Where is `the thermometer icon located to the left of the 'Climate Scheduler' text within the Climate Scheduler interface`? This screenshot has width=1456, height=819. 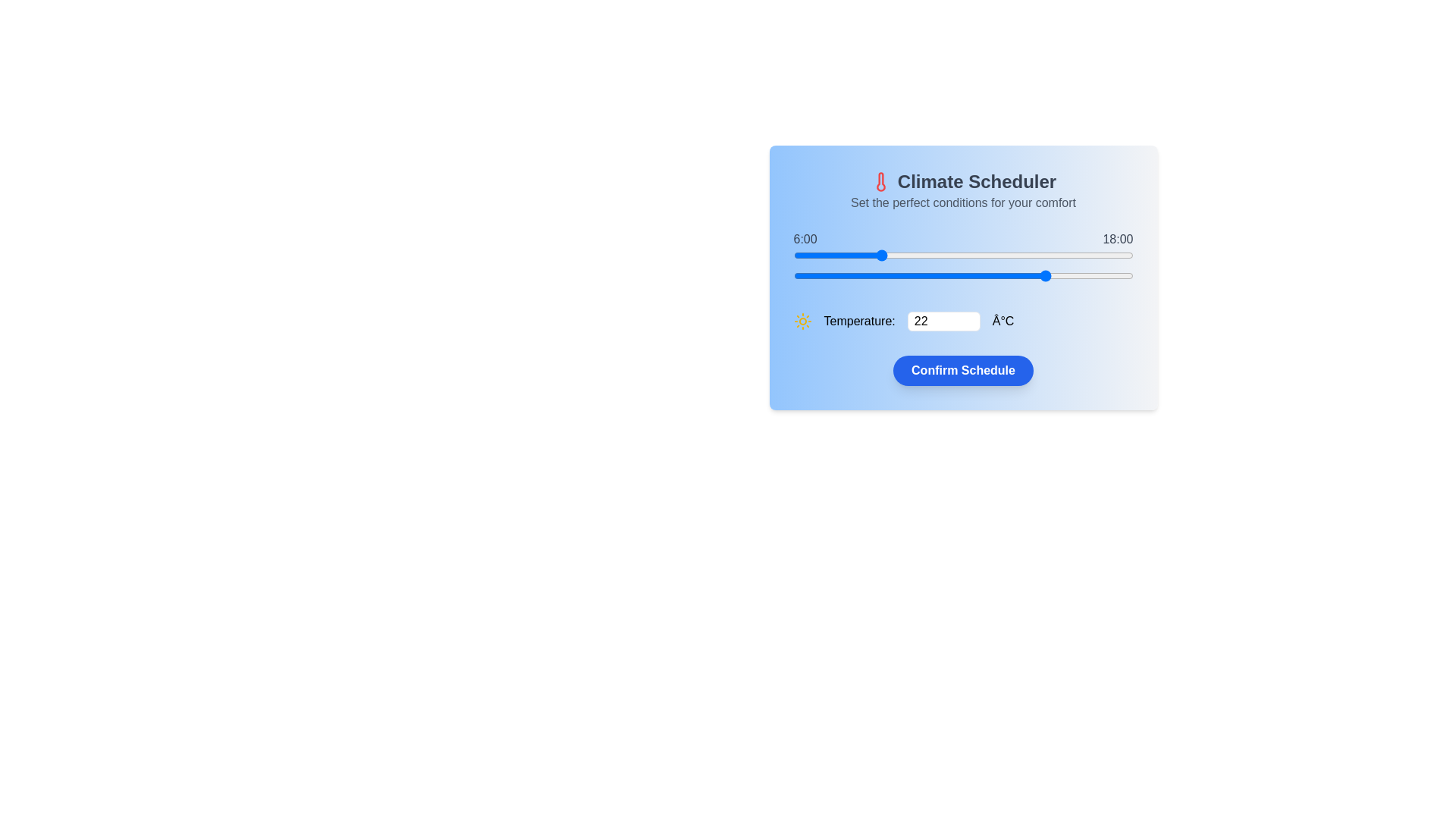 the thermometer icon located to the left of the 'Climate Scheduler' text within the Climate Scheduler interface is located at coordinates (880, 180).